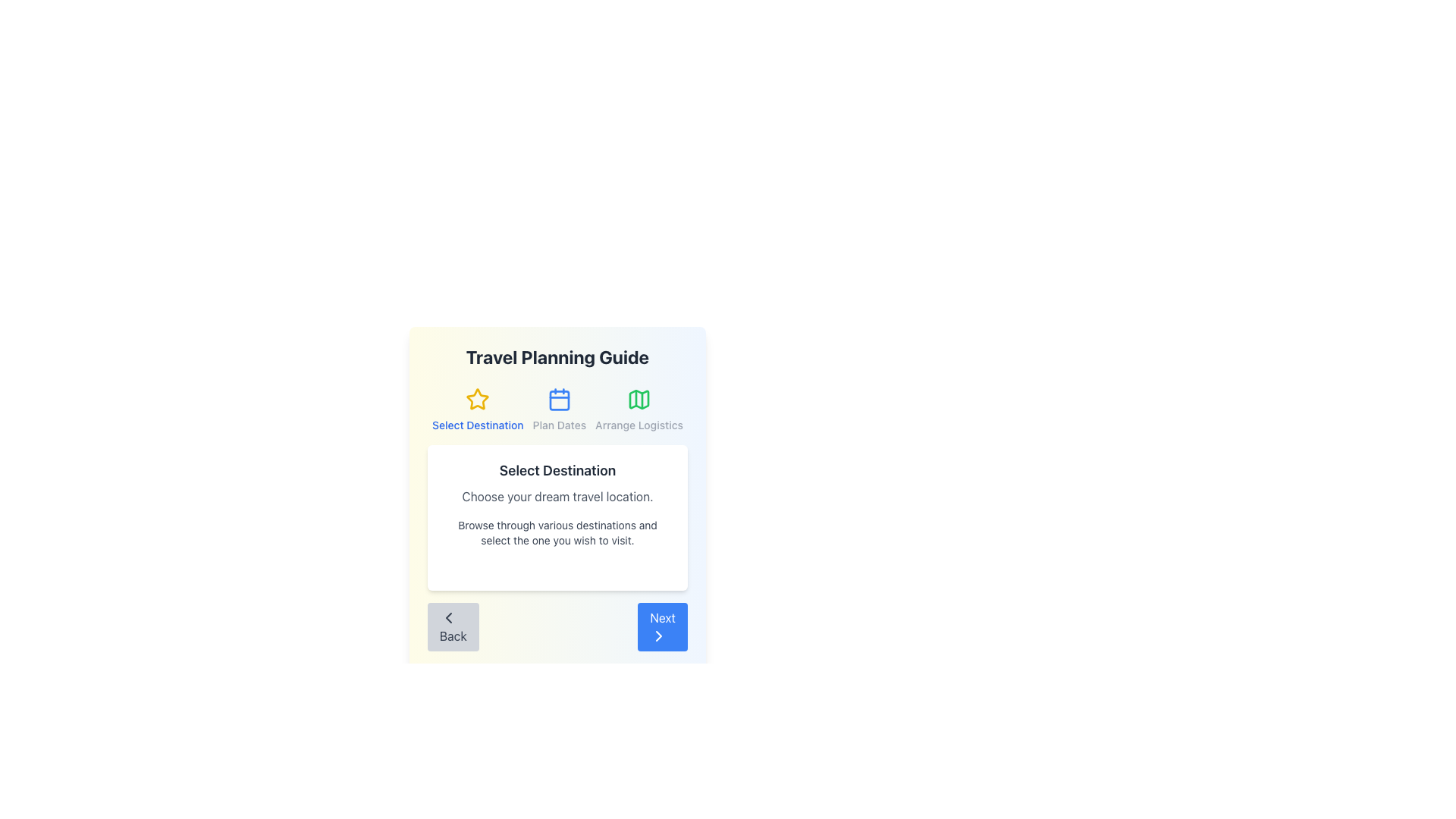 Image resolution: width=1456 pixels, height=819 pixels. I want to click on the label located directly beneath the star icon in the 'Travel Planning Guide' section, which provides context or information about the associated action, so click(477, 425).